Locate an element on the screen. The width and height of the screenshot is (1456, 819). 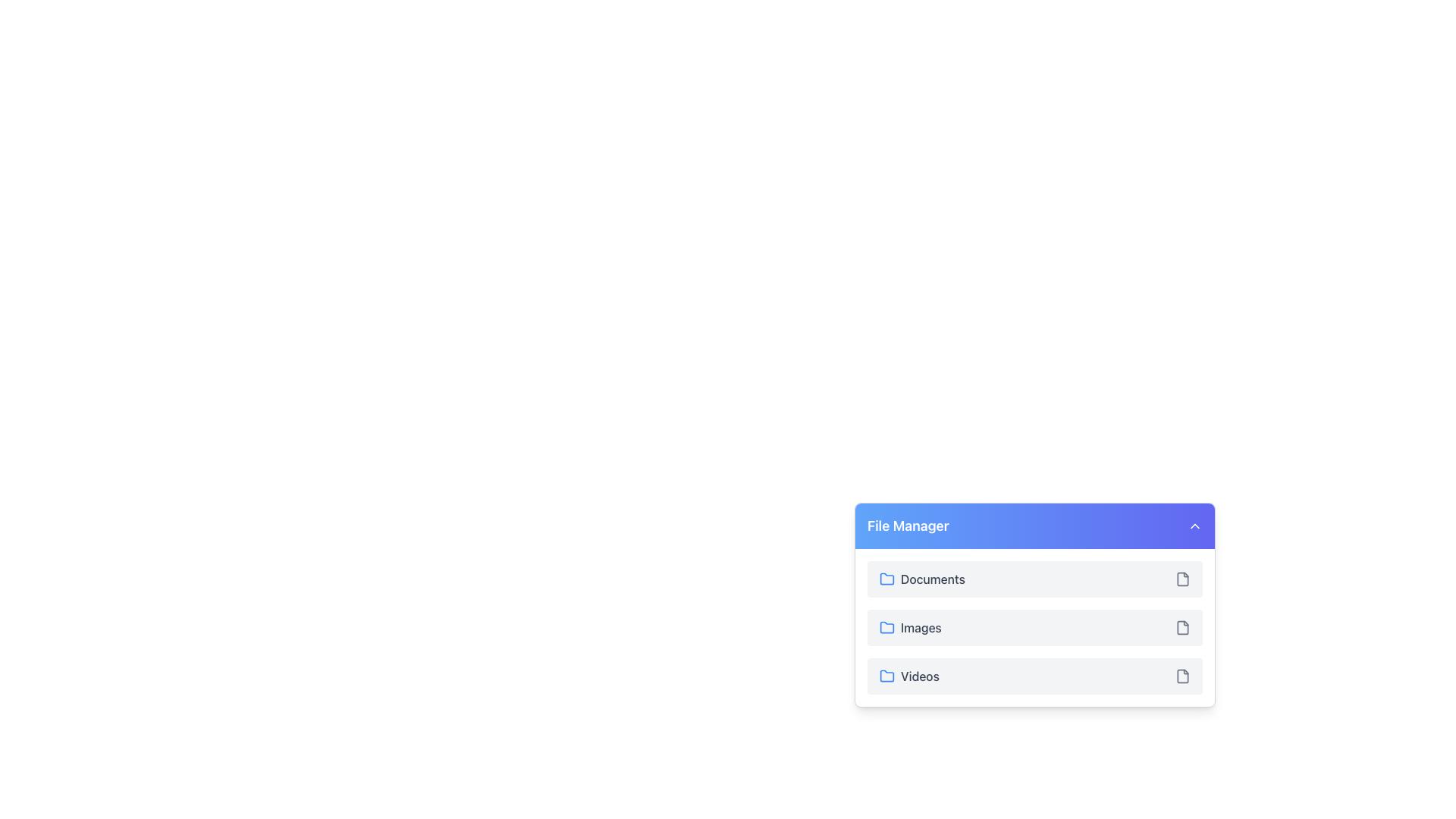
the blue folder icon located next to the 'Images' text label is located at coordinates (887, 628).